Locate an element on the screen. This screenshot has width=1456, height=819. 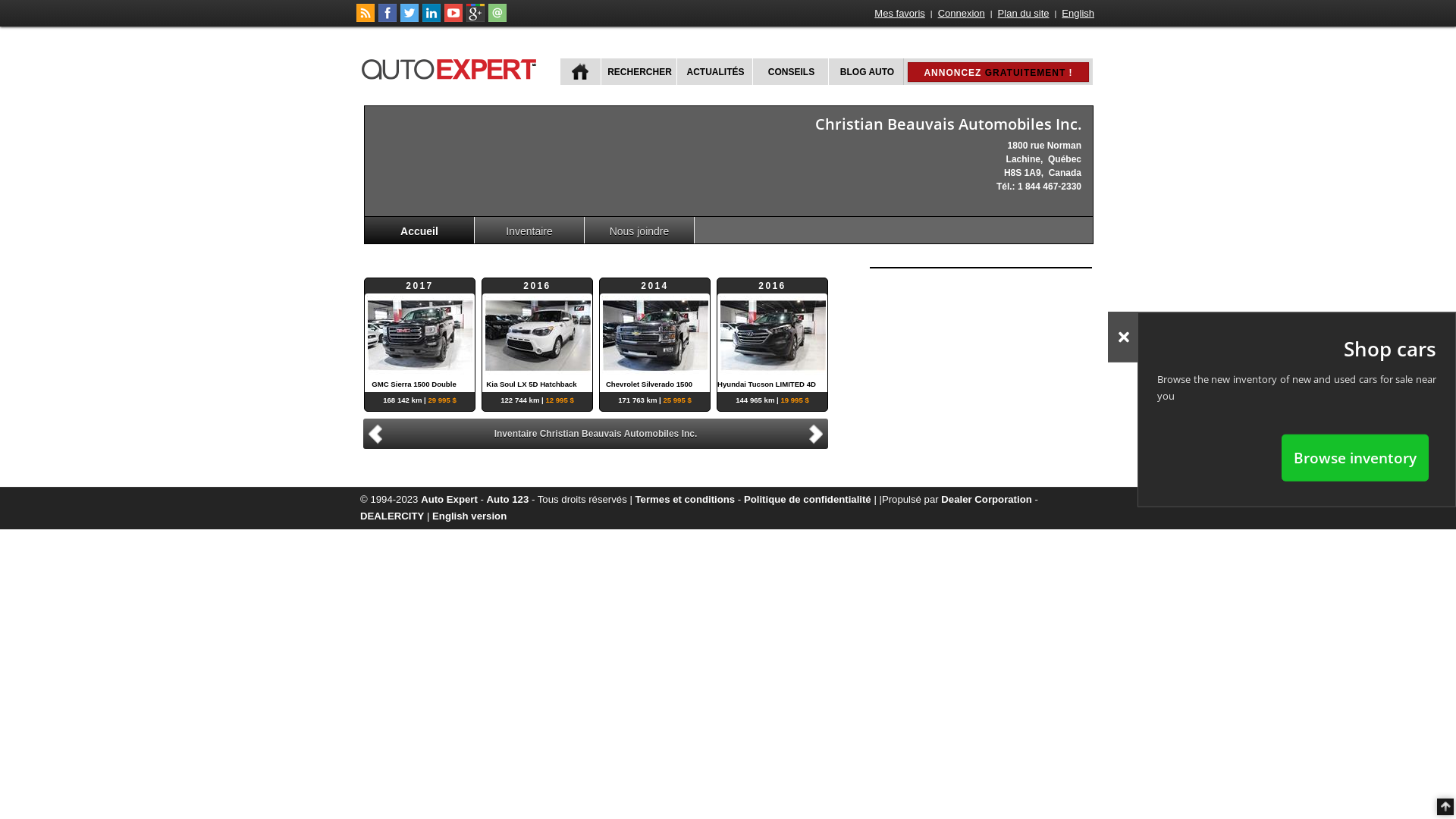
'Accueil' is located at coordinates (419, 230).